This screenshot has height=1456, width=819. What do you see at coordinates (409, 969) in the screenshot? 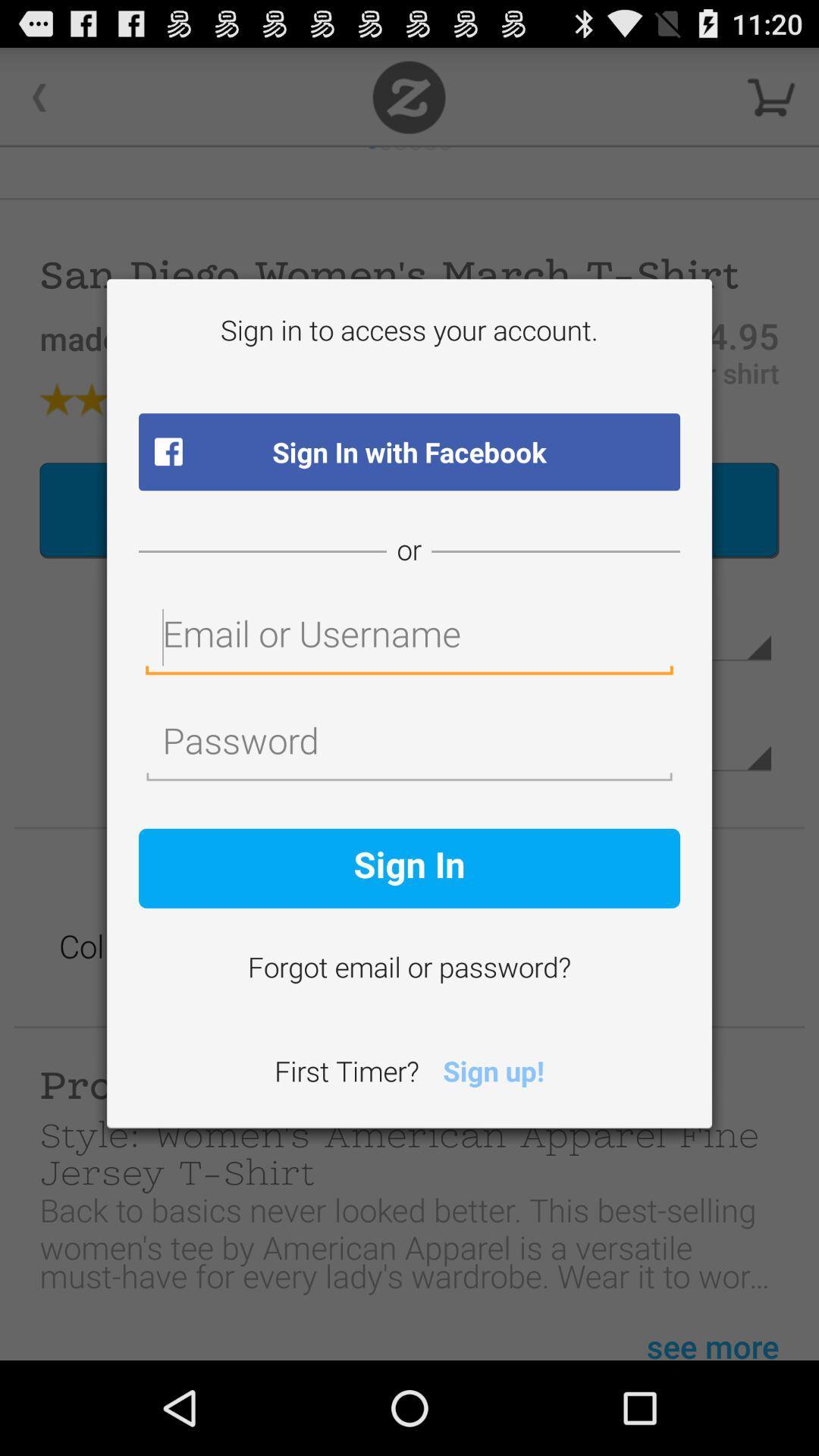
I see `forgot email or icon` at bounding box center [409, 969].